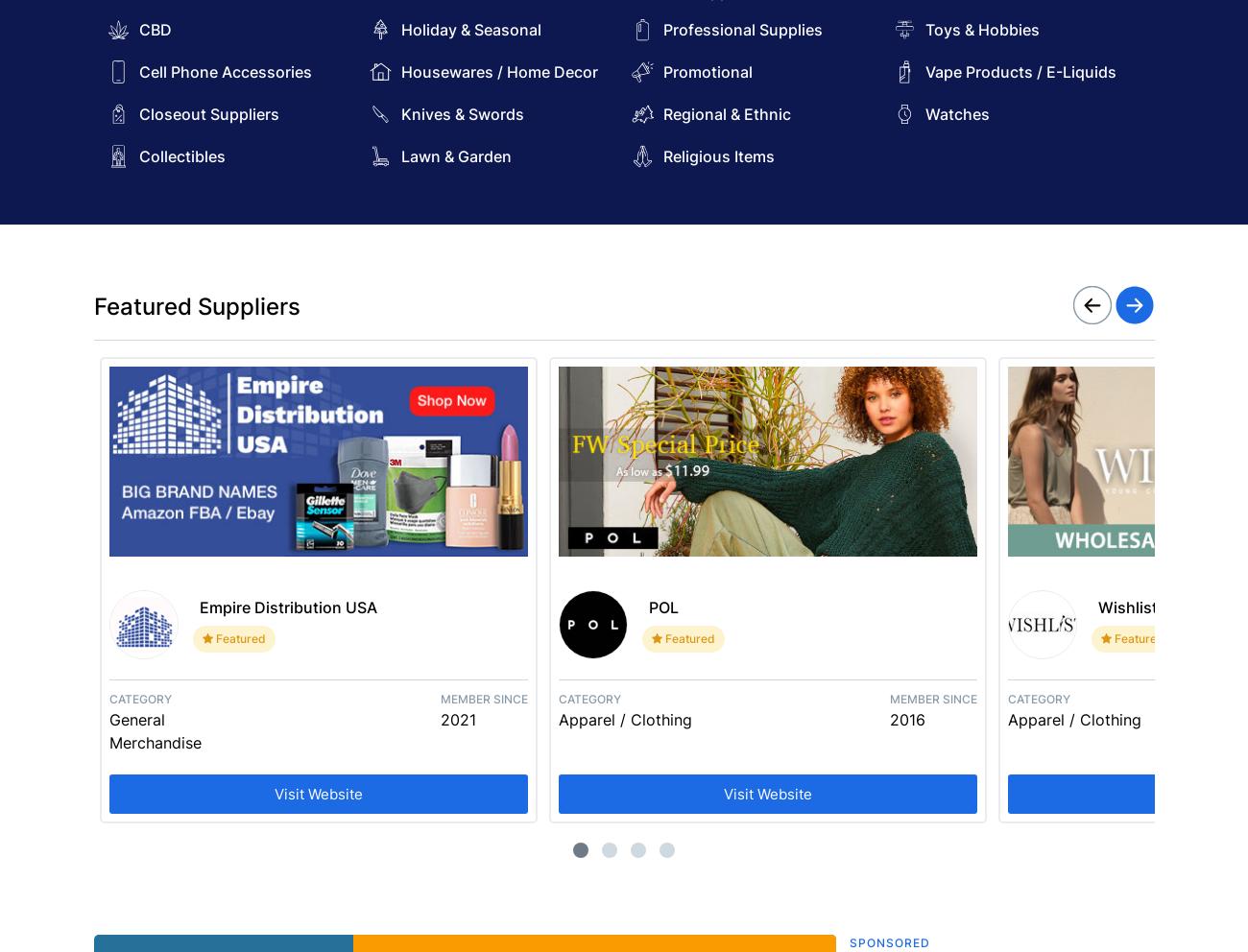 This screenshot has width=1248, height=952. I want to click on 'Empire Distribution USA', so click(287, 607).